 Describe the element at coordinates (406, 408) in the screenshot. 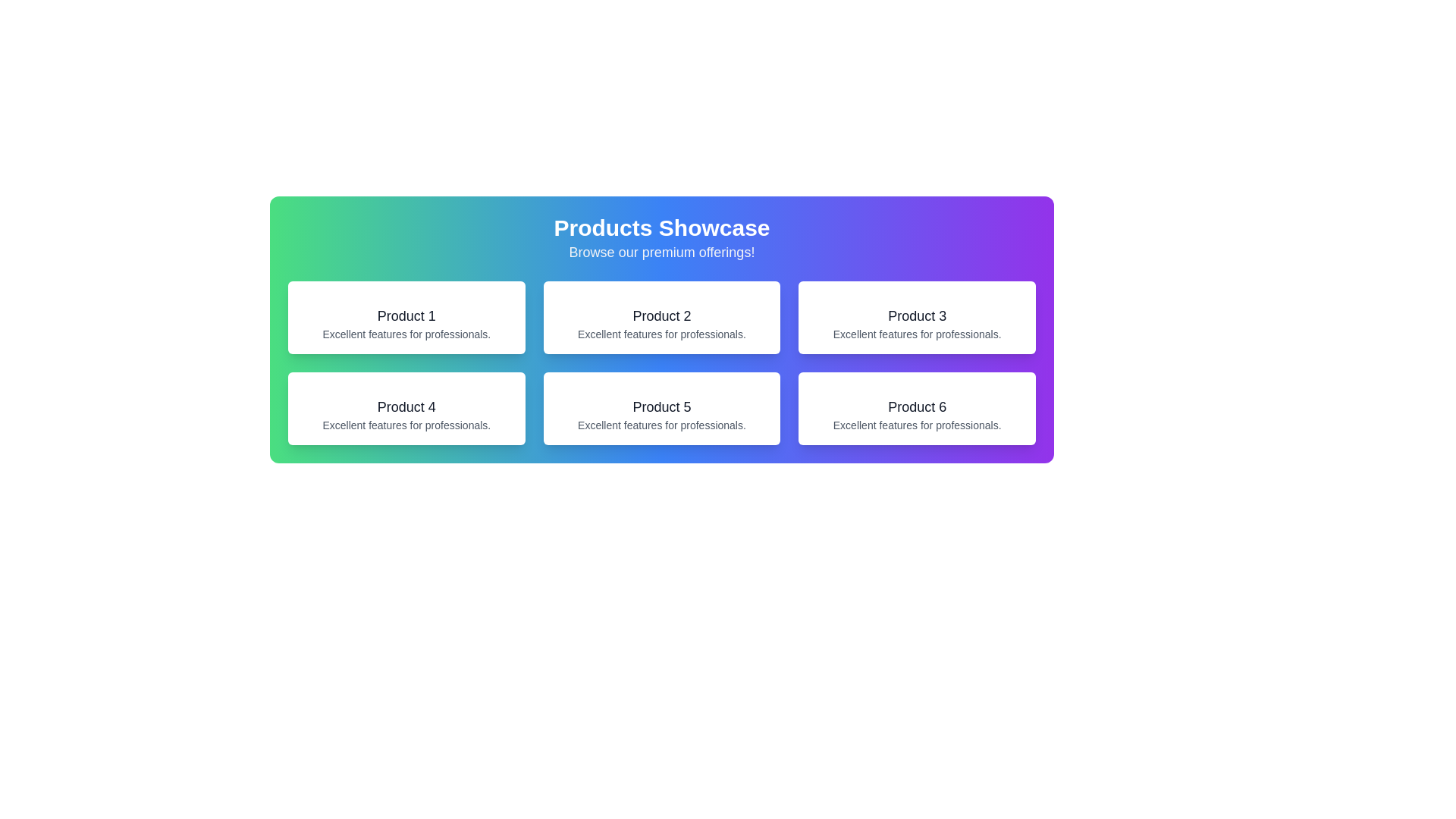

I see `the Display card titled 'Product 4' which has a white background, rounded corners, and contains a title in bold text and a description in smaller text` at that location.